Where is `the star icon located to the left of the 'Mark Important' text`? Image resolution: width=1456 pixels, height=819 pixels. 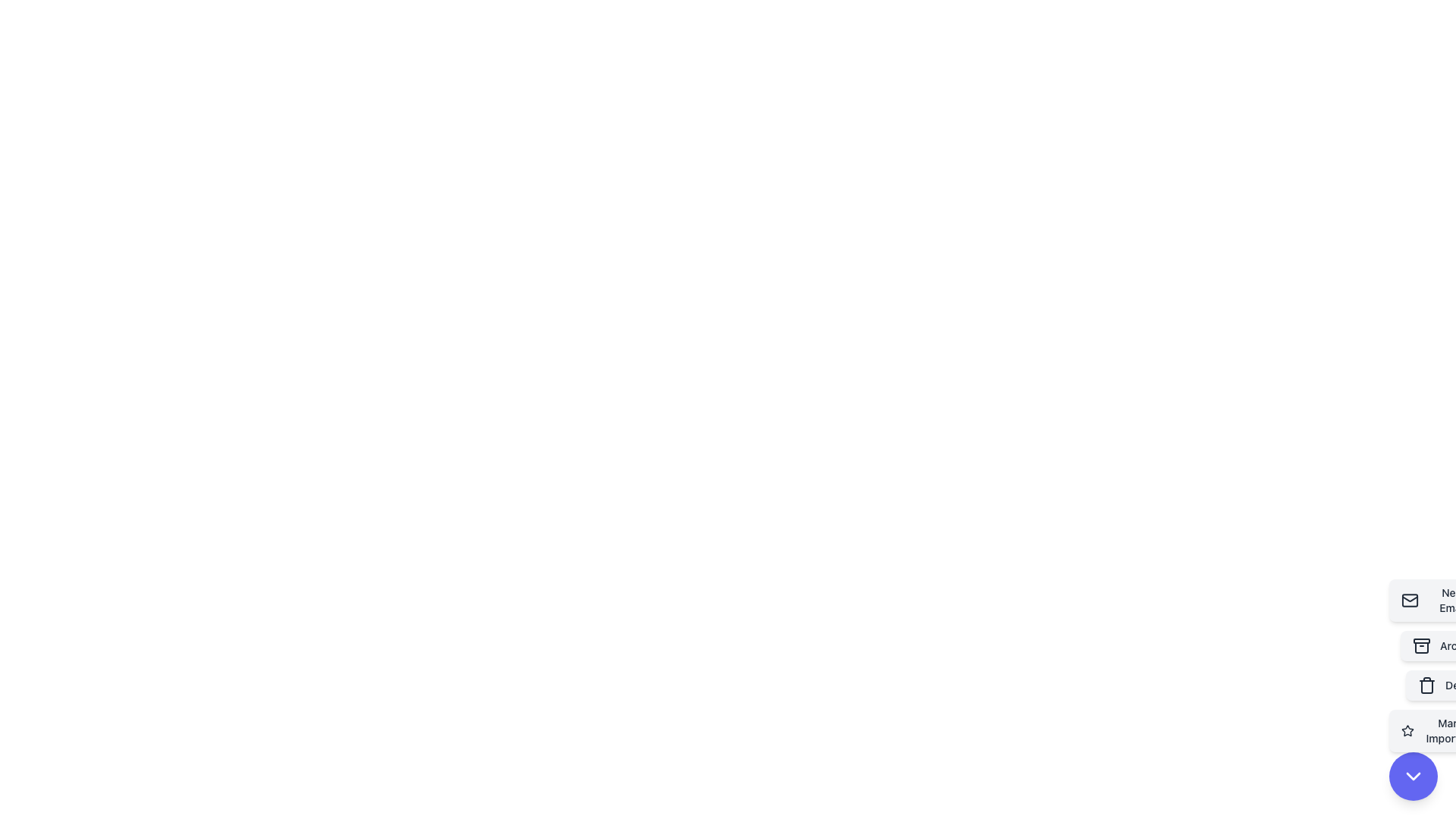 the star icon located to the left of the 'Mark Important' text is located at coordinates (1407, 730).